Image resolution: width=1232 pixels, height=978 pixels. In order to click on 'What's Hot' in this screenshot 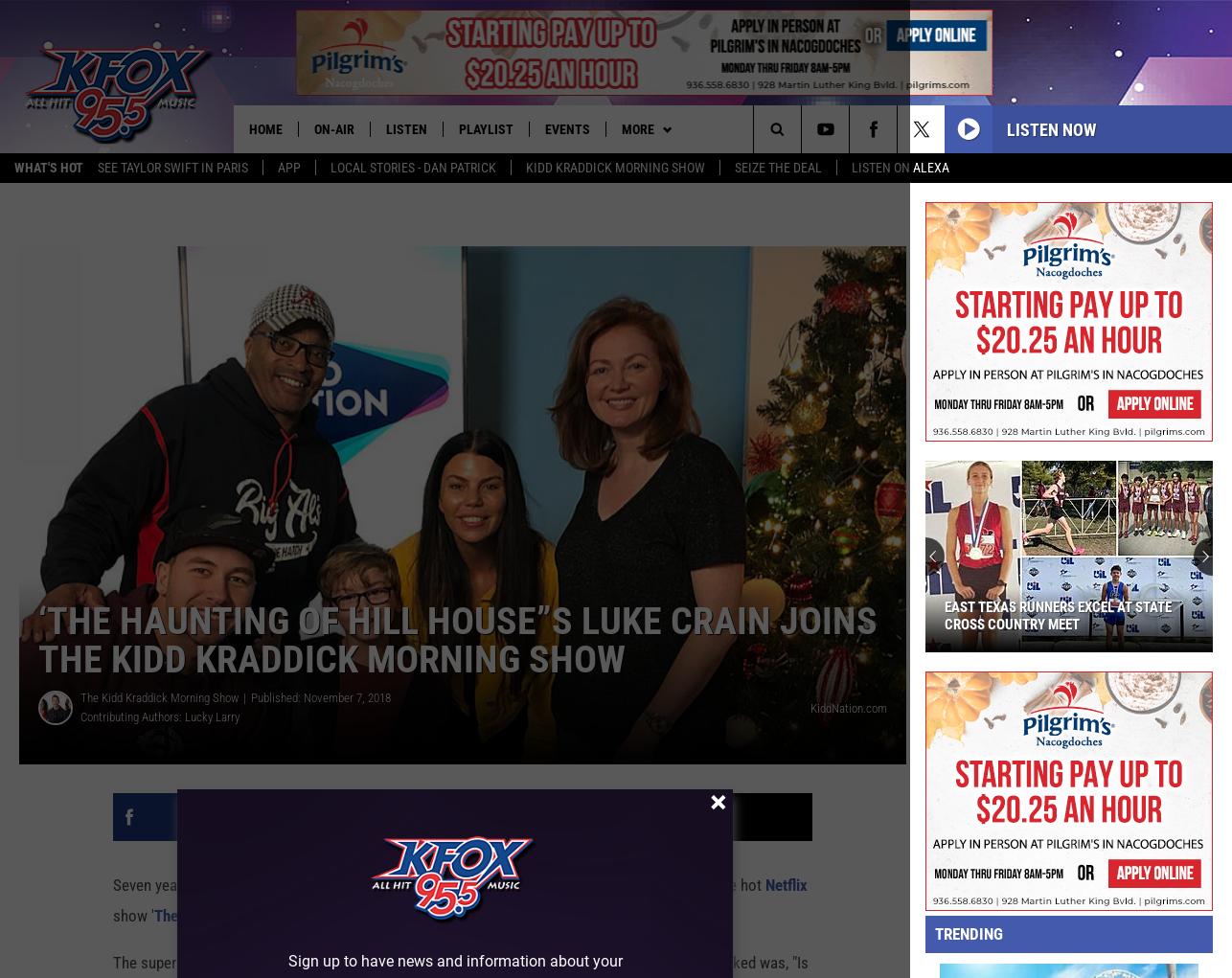, I will do `click(49, 168)`.